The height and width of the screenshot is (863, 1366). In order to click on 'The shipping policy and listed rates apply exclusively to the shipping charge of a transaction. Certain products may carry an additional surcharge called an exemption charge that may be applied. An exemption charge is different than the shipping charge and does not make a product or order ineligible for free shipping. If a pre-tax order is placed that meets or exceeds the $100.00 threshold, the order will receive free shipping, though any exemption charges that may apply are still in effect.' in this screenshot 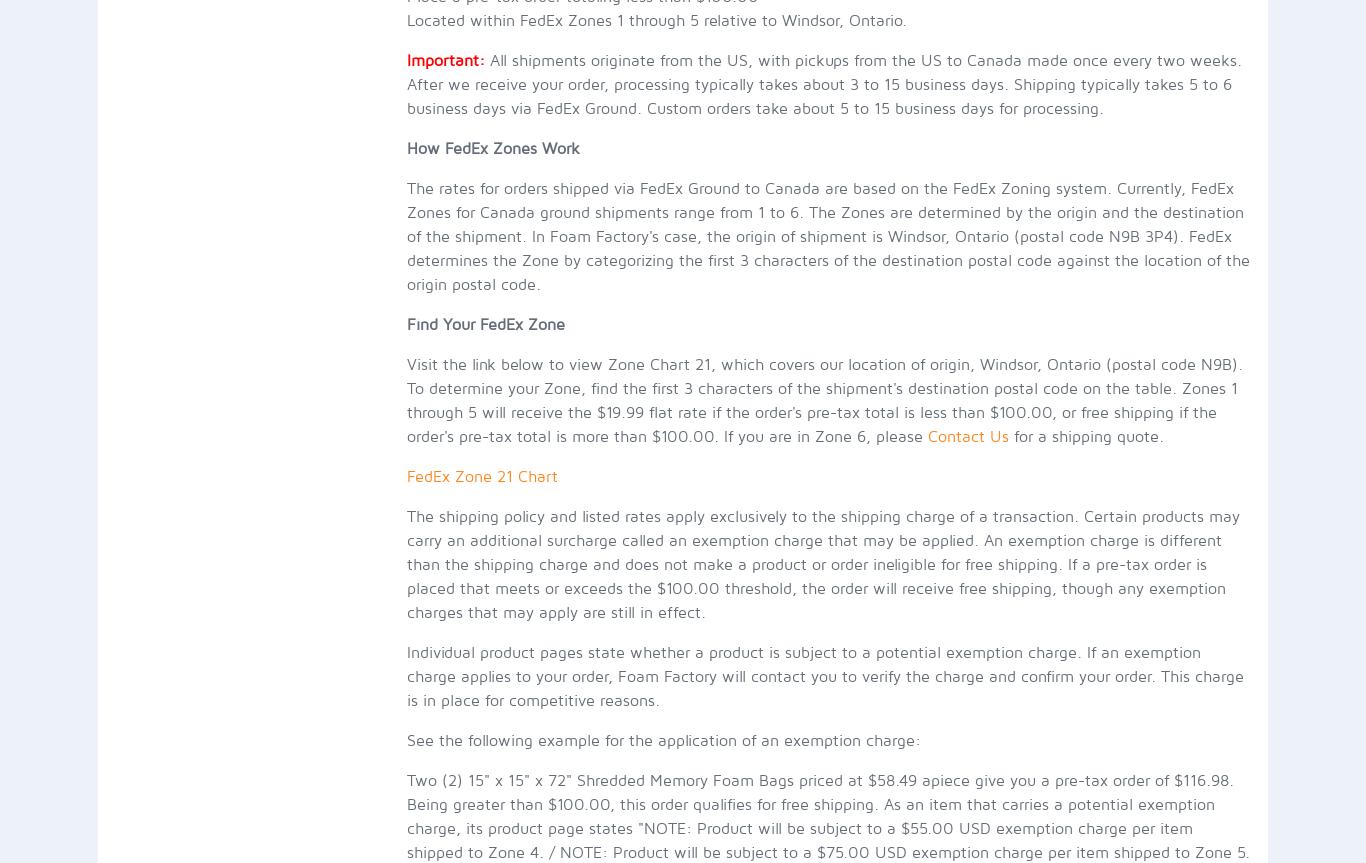, I will do `click(821, 563)`.